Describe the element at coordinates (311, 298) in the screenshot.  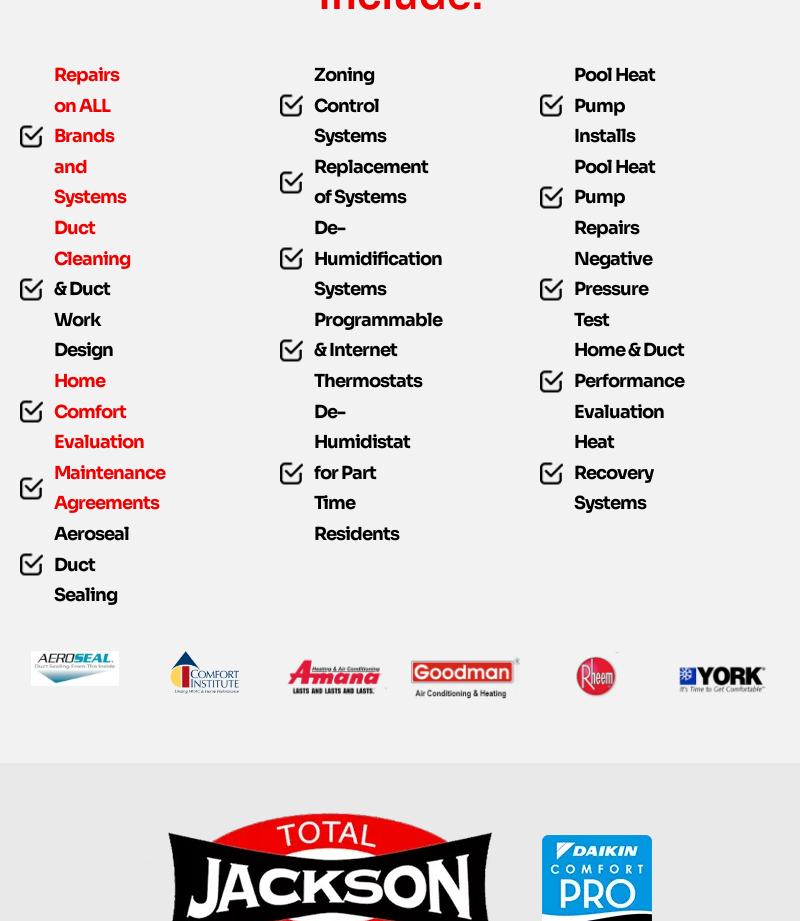
I see `'De-Humidification Systems'` at that location.